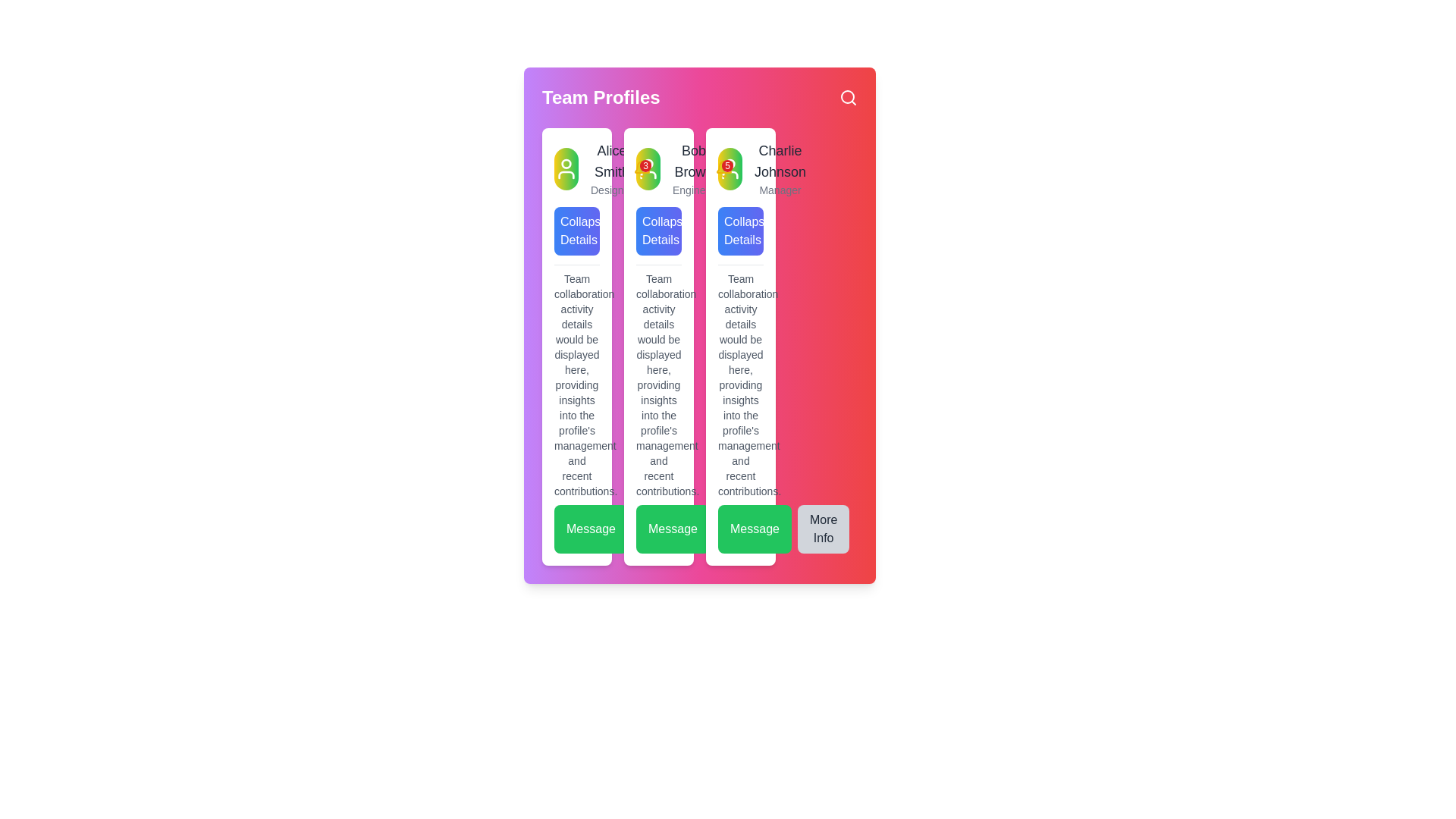  What do you see at coordinates (780, 161) in the screenshot?
I see `the text label displaying 'Charlie Johnson' in bold and larger font located at the upper-right corner of the profile section` at bounding box center [780, 161].